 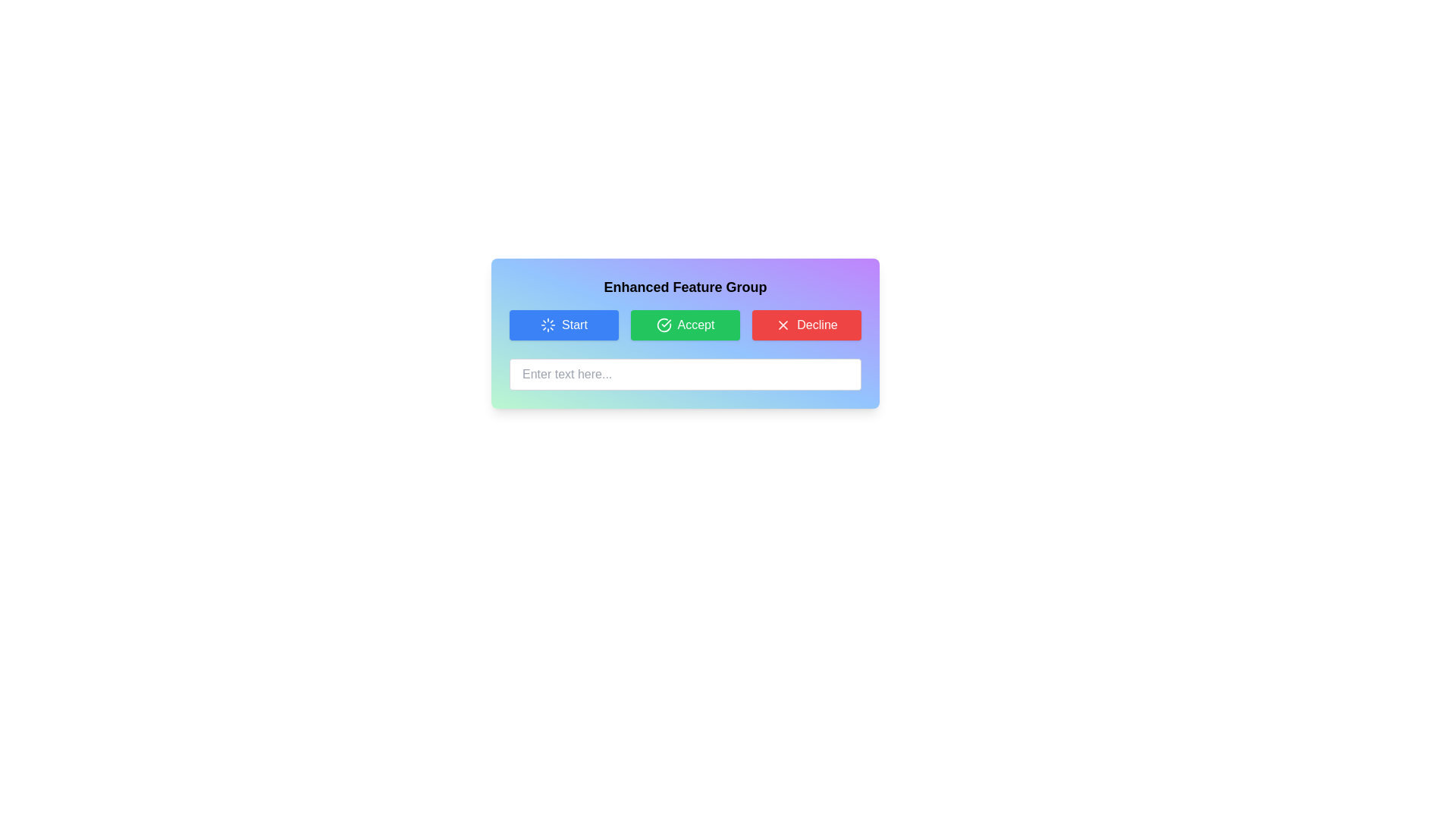 I want to click on the 'Start' text label within the blue button located in the top-left section of the button group, positioned between the icon and the 'Accept' and 'Decline' buttons, so click(x=574, y=324).